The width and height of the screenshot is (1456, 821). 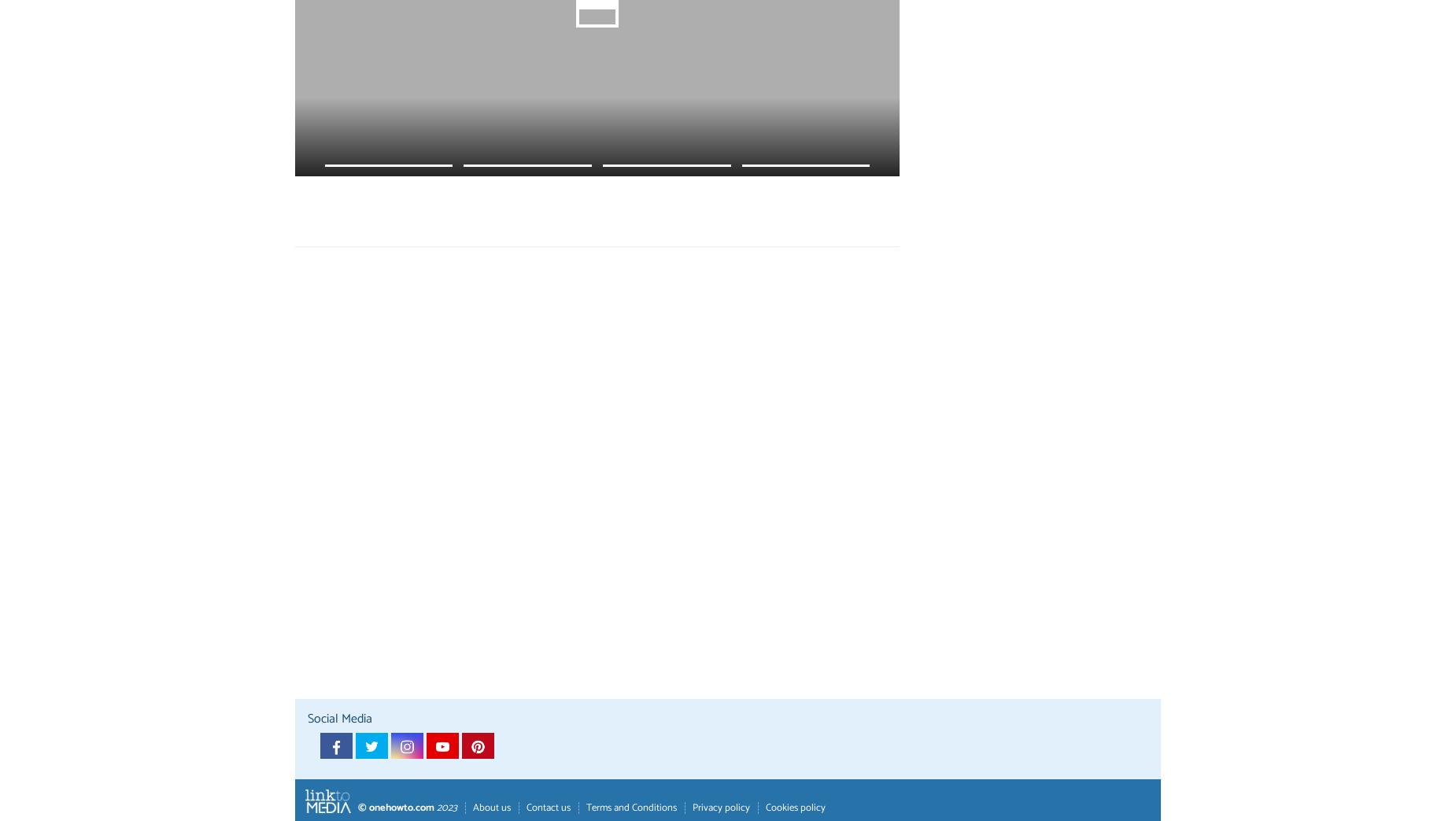 What do you see at coordinates (494, 190) in the screenshot?
I see `'How to Remove the Smell of Urine from Clothing - 4 steps'` at bounding box center [494, 190].